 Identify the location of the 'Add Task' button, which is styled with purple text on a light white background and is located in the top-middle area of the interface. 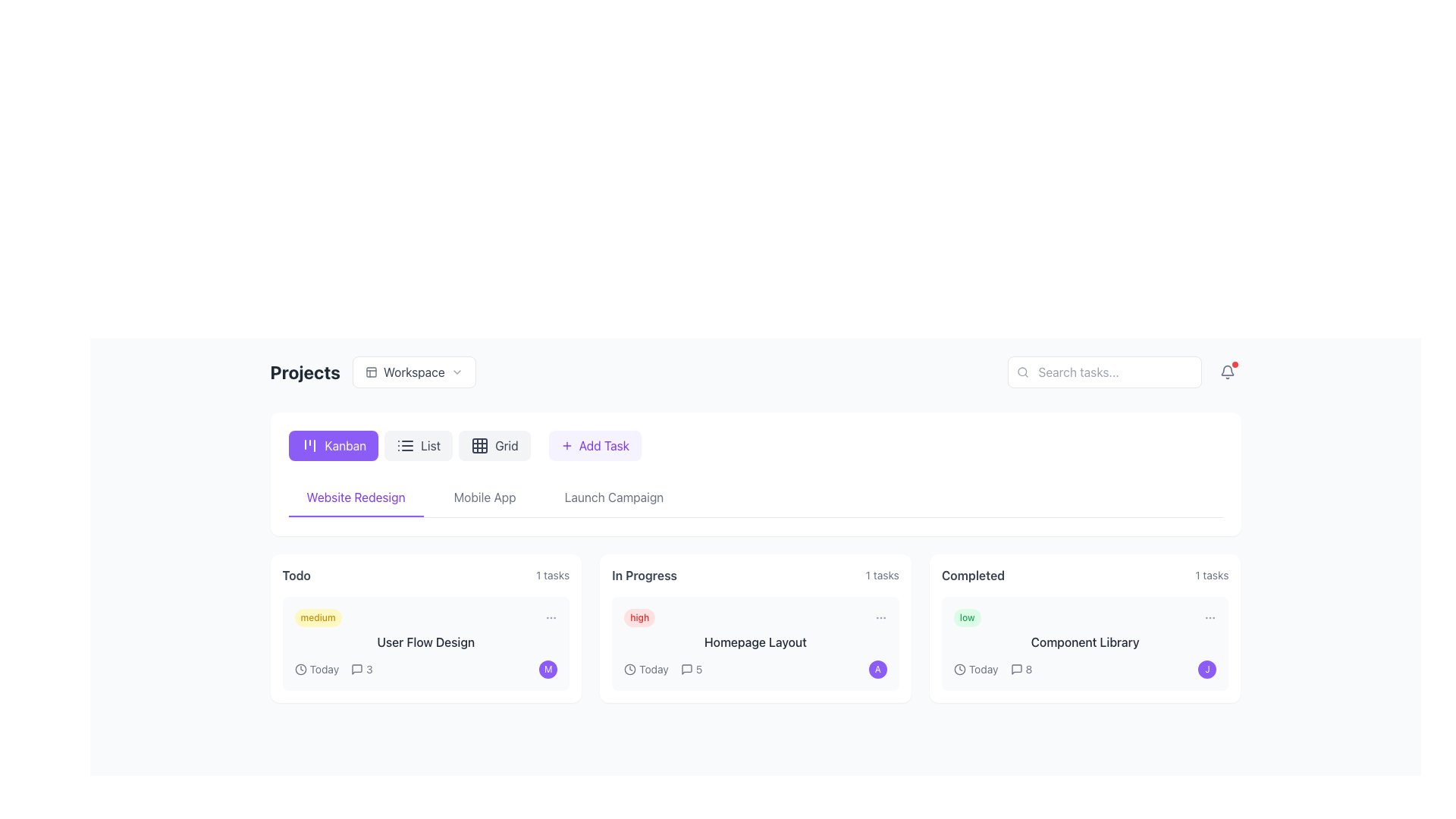
(603, 444).